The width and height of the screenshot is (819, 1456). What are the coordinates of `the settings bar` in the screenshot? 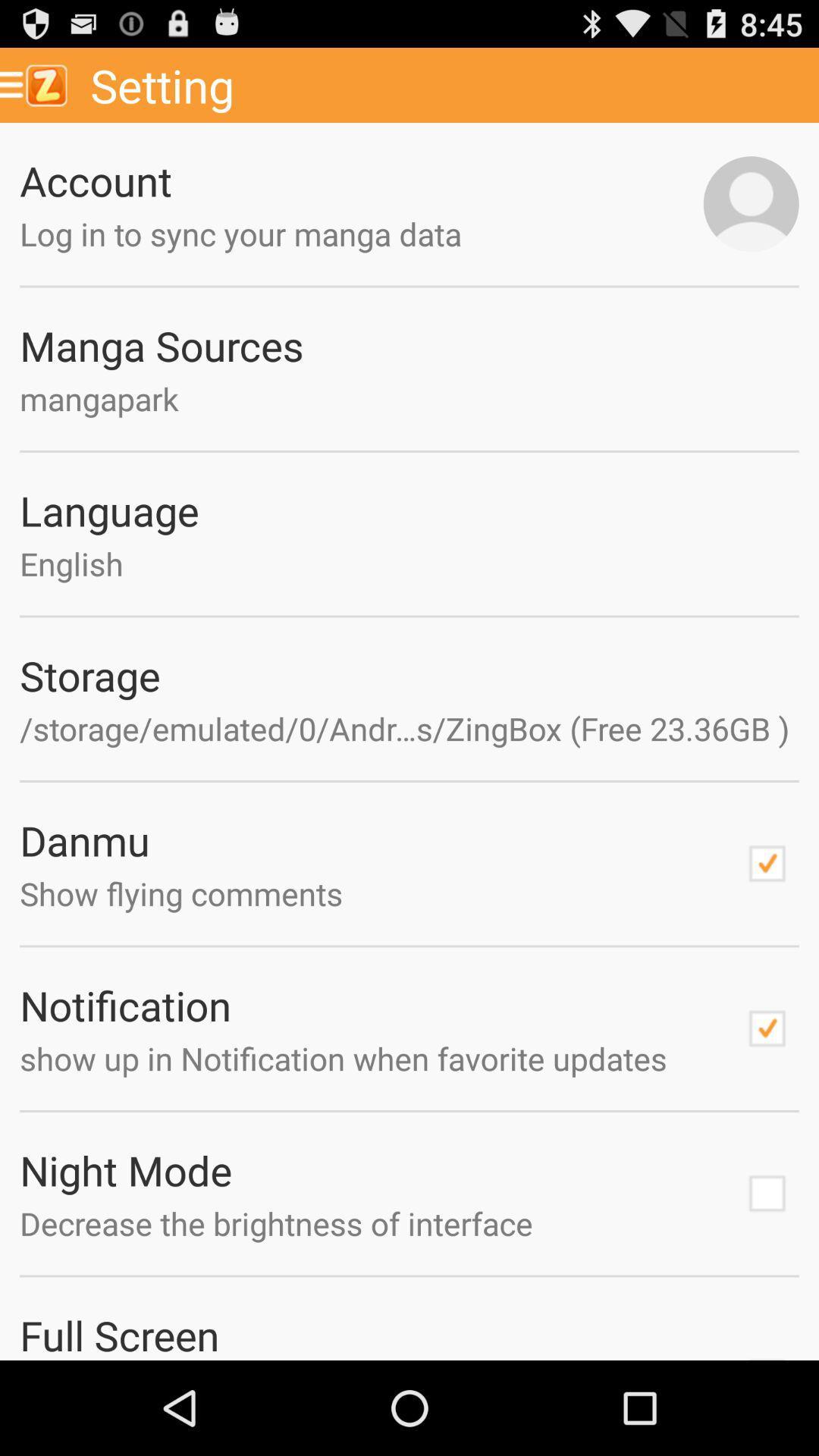 It's located at (449, 84).